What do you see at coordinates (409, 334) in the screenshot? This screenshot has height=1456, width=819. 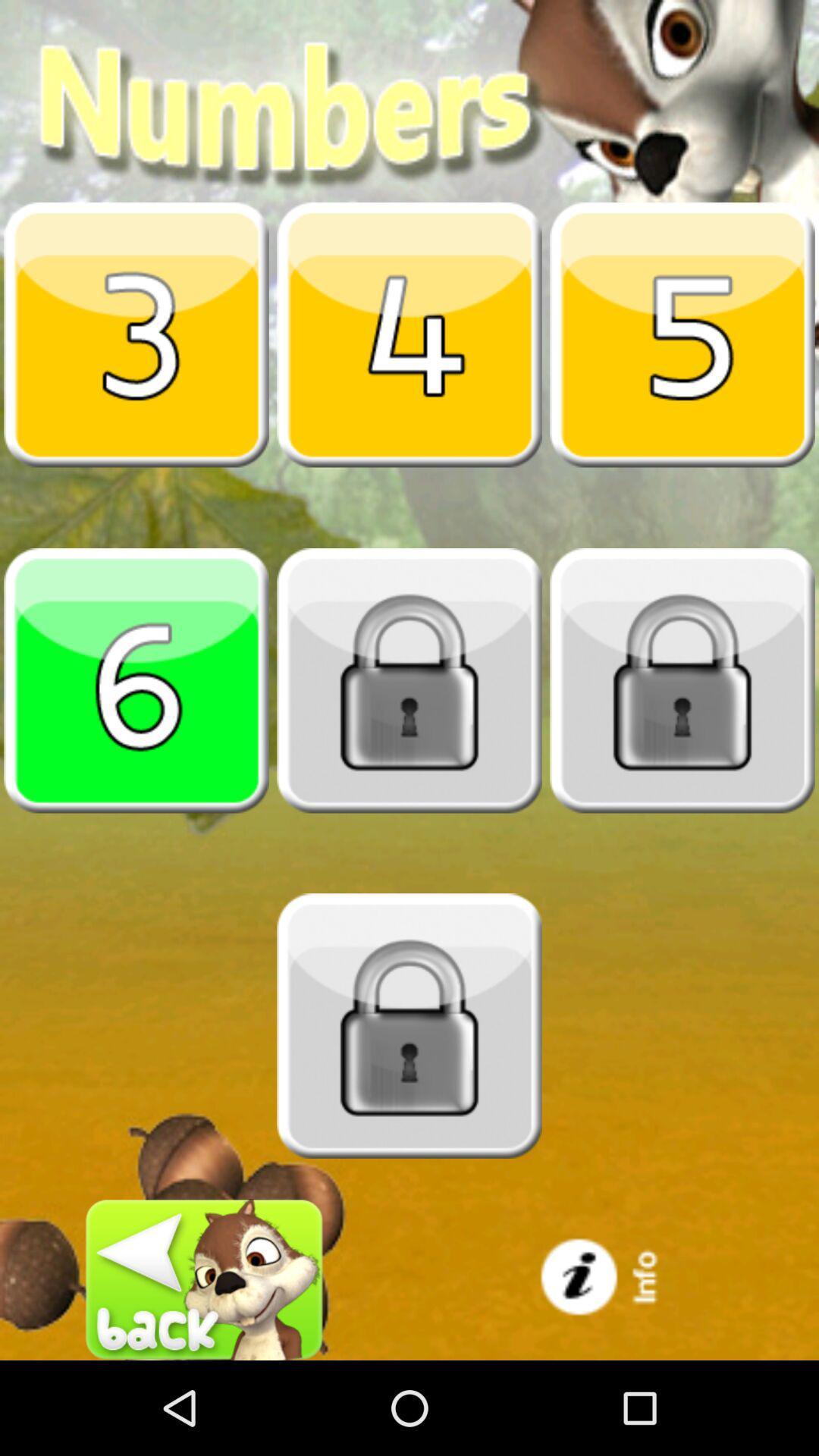 I see `press 4` at bounding box center [409, 334].